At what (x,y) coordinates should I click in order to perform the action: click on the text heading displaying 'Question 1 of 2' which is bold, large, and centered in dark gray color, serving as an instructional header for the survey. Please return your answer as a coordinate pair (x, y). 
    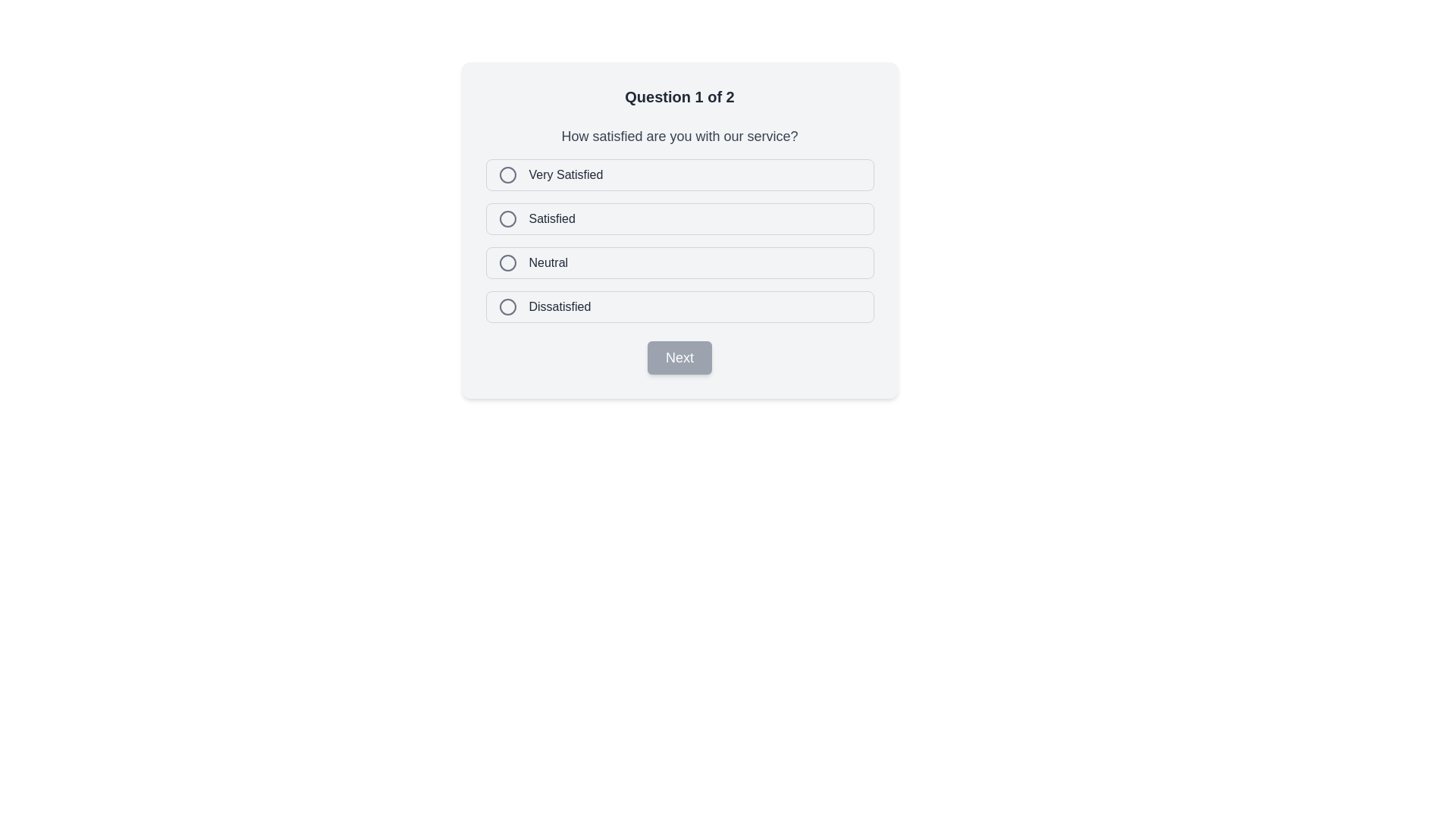
    Looking at the image, I should click on (679, 96).